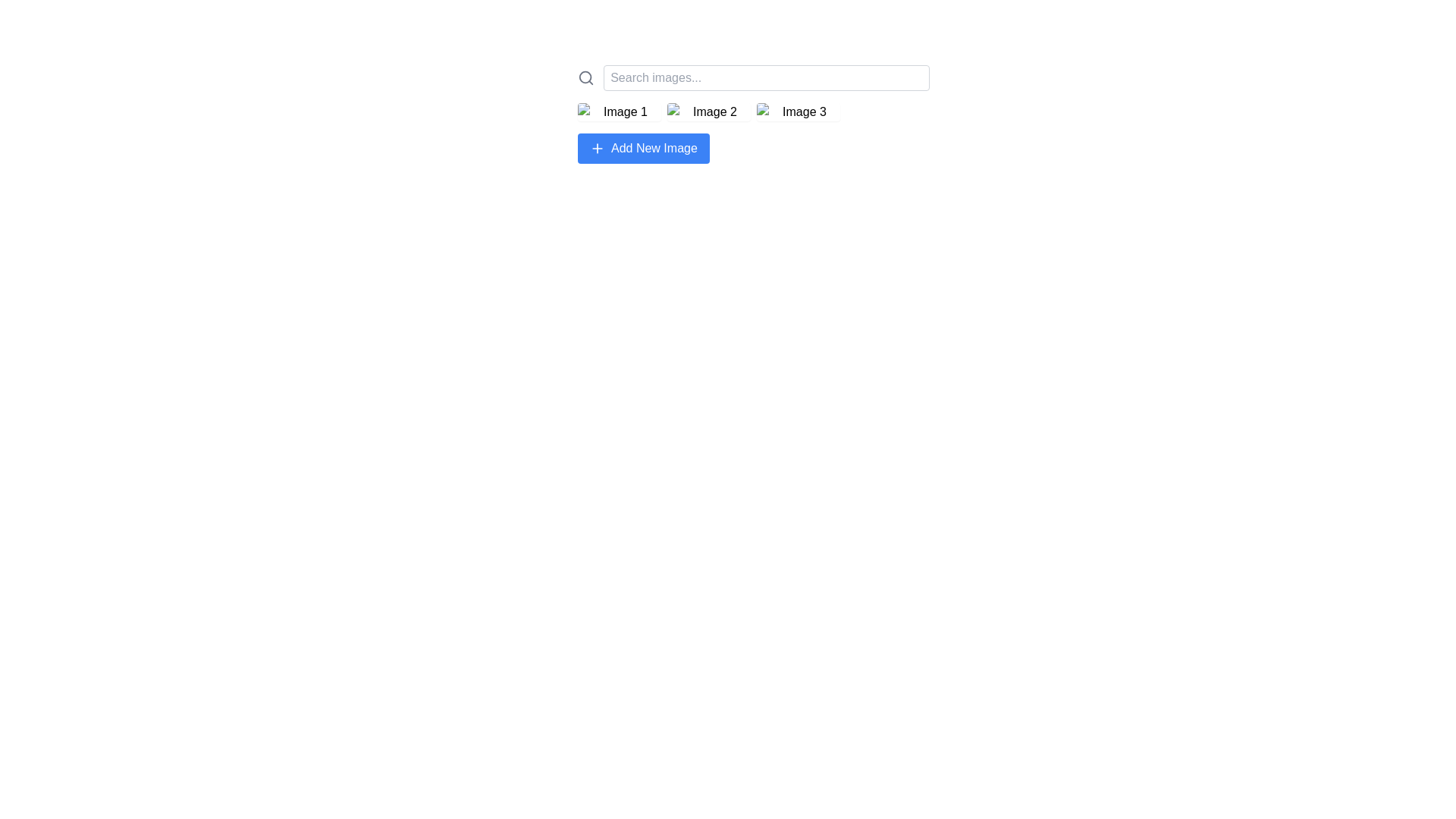  Describe the element at coordinates (596, 149) in the screenshot. I see `the blue rectangular button labeled 'Add New Image' which contains a small, white outlined plus sign icon` at that location.